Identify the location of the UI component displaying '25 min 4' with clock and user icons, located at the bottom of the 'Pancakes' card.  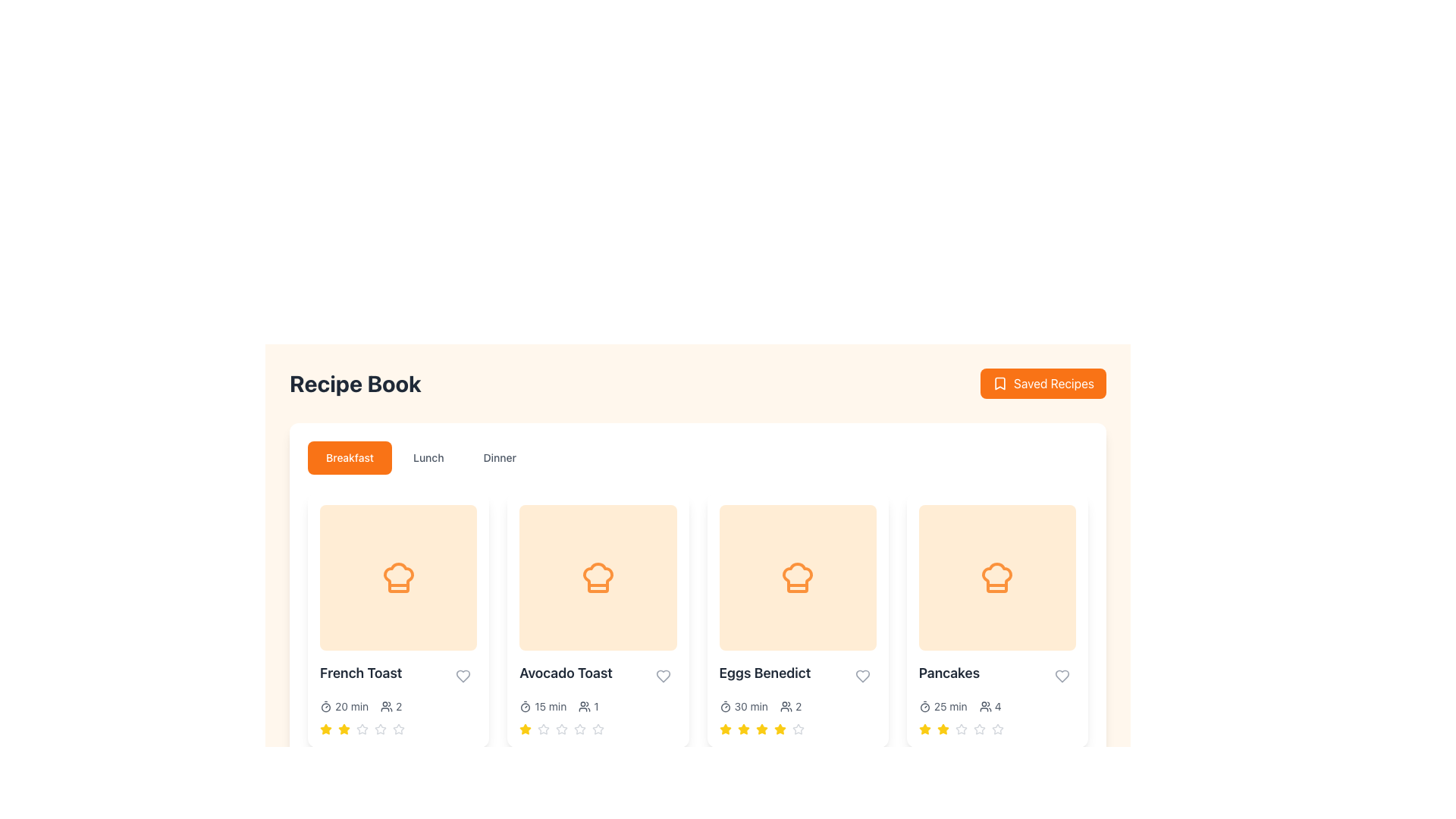
(997, 707).